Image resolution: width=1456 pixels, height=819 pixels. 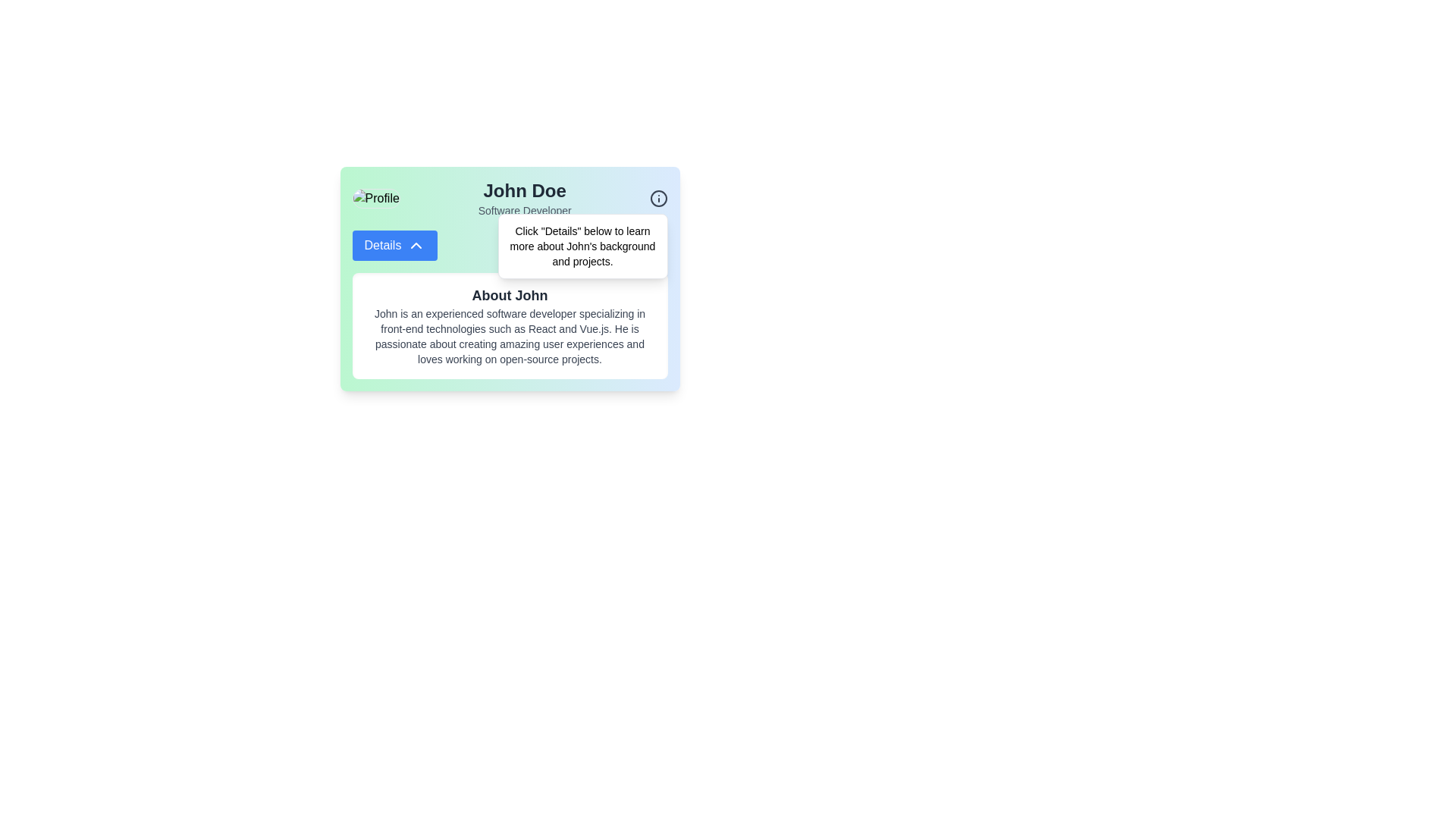 I want to click on text label displaying 'Software Developer', which is styled in a small gray font and located directly beneath the 'John Doe' title, so click(x=525, y=210).